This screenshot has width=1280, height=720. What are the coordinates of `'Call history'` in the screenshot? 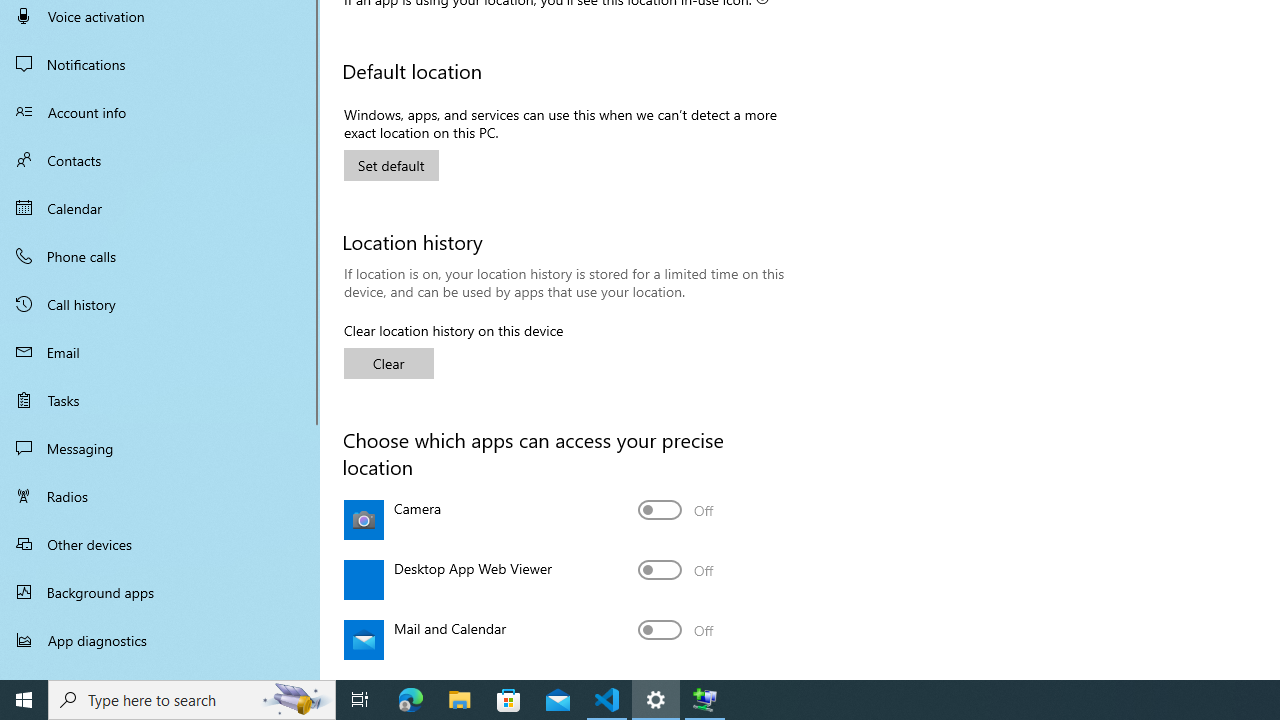 It's located at (160, 304).